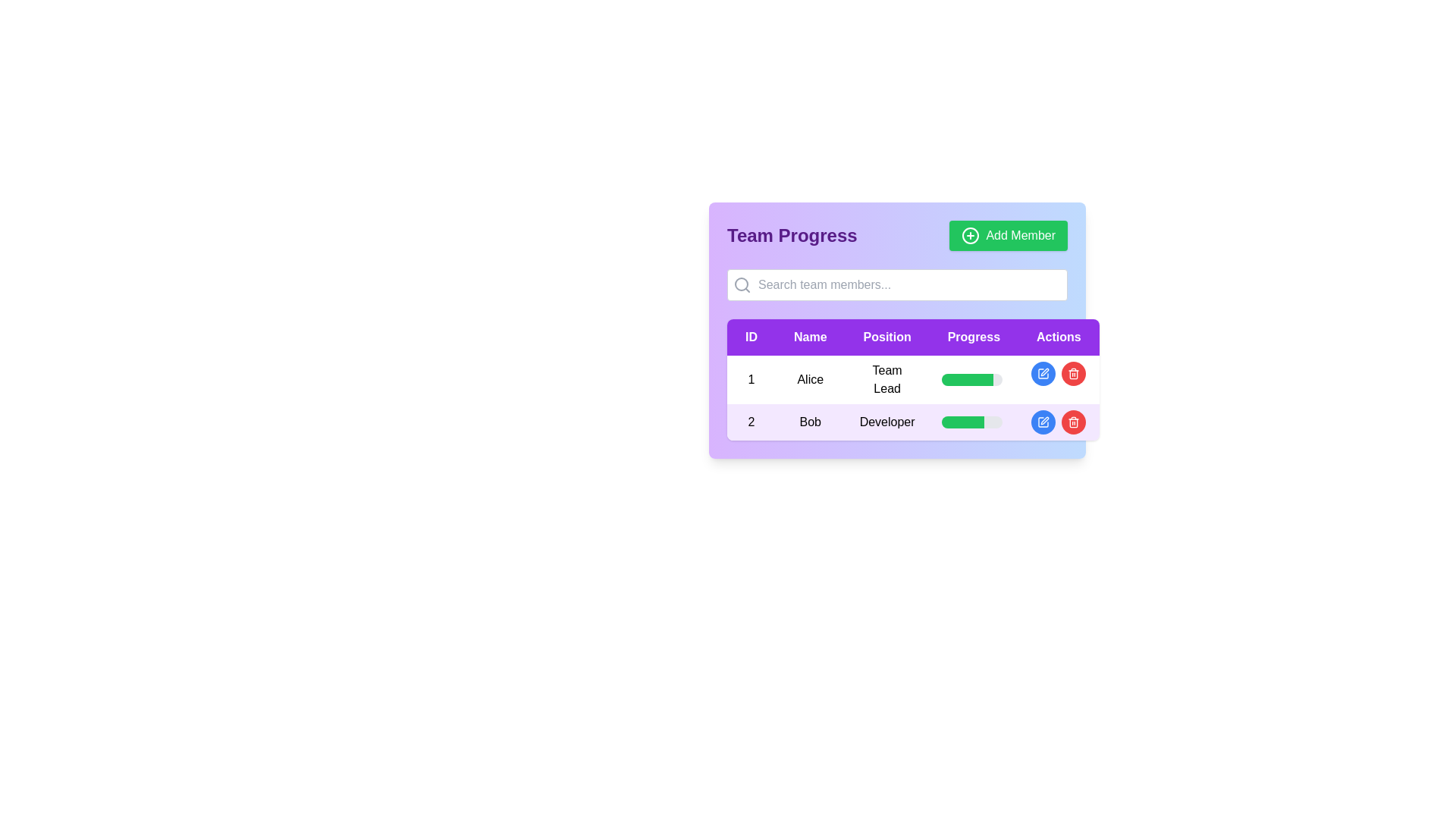  I want to click on the delete button located in the 'Actions' column of the second row of the table, positioned to the right of the blue circular edit button, so click(1073, 422).